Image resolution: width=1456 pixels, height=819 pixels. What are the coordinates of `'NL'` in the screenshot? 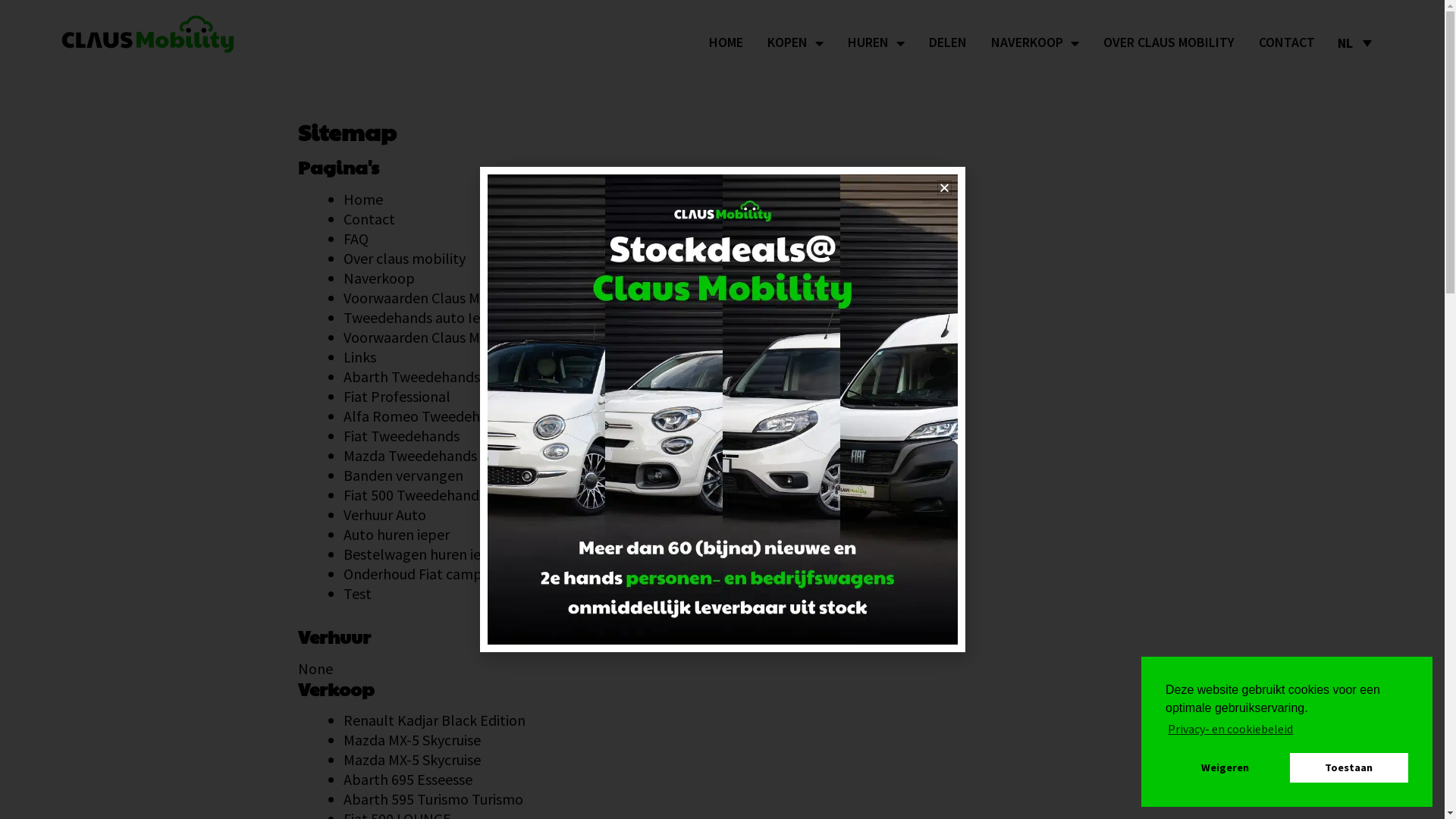 It's located at (1354, 42).